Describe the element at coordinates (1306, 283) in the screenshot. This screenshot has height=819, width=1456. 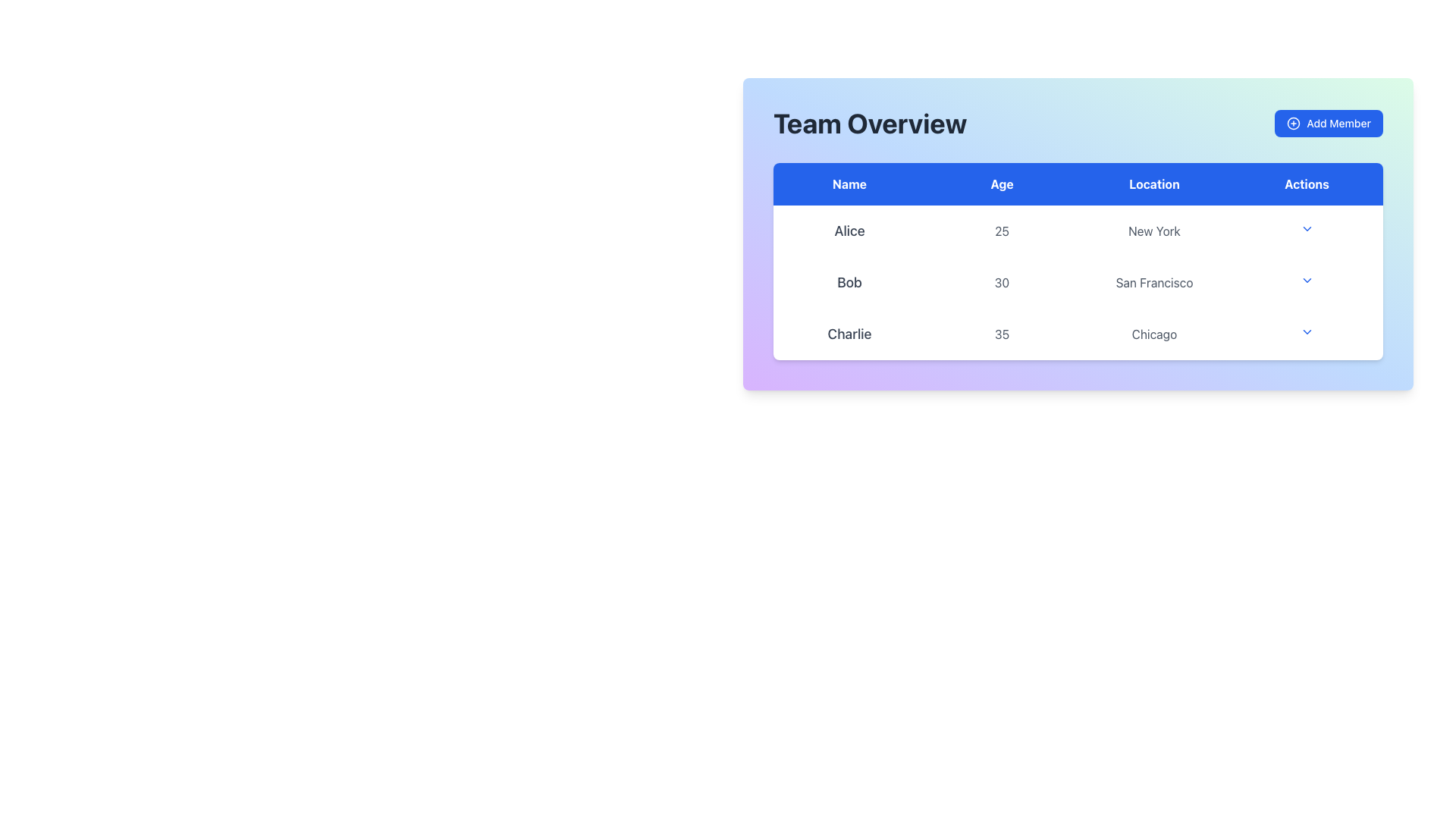
I see `the arrow icon in the 'Actions' column of the second row corresponding to user 'Bob'` at that location.